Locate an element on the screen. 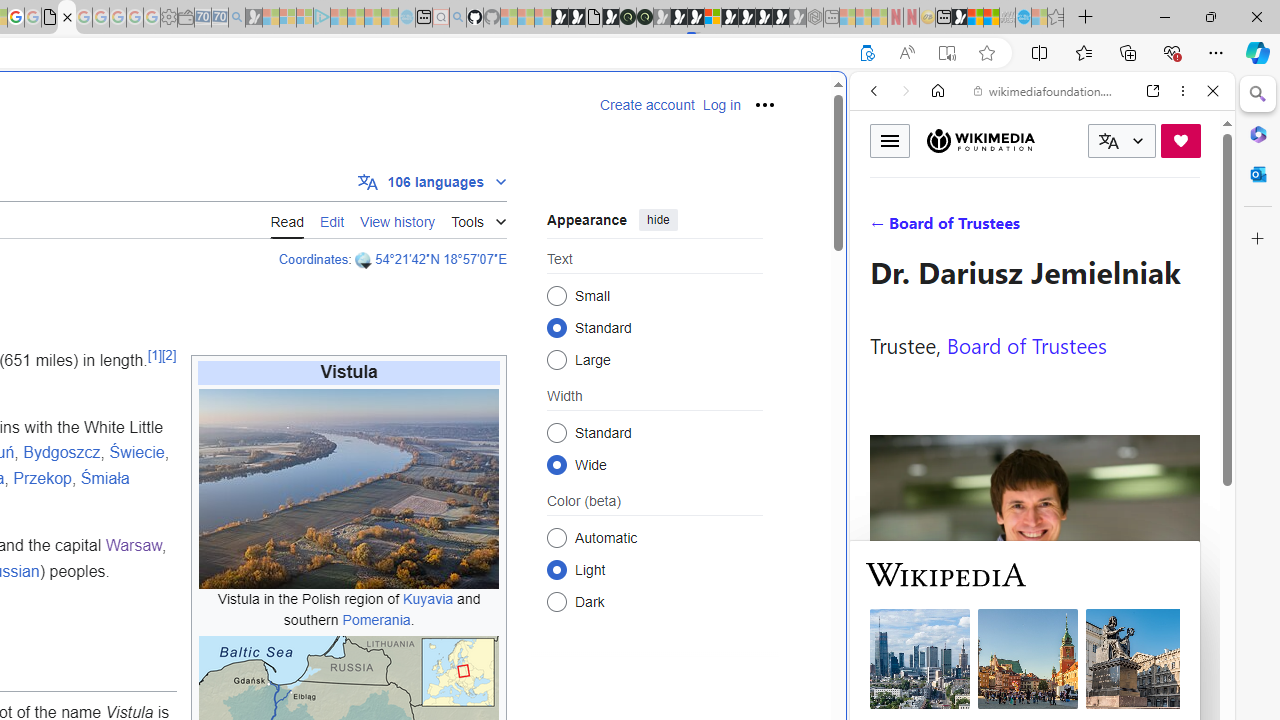  'MSN' is located at coordinates (958, 17).